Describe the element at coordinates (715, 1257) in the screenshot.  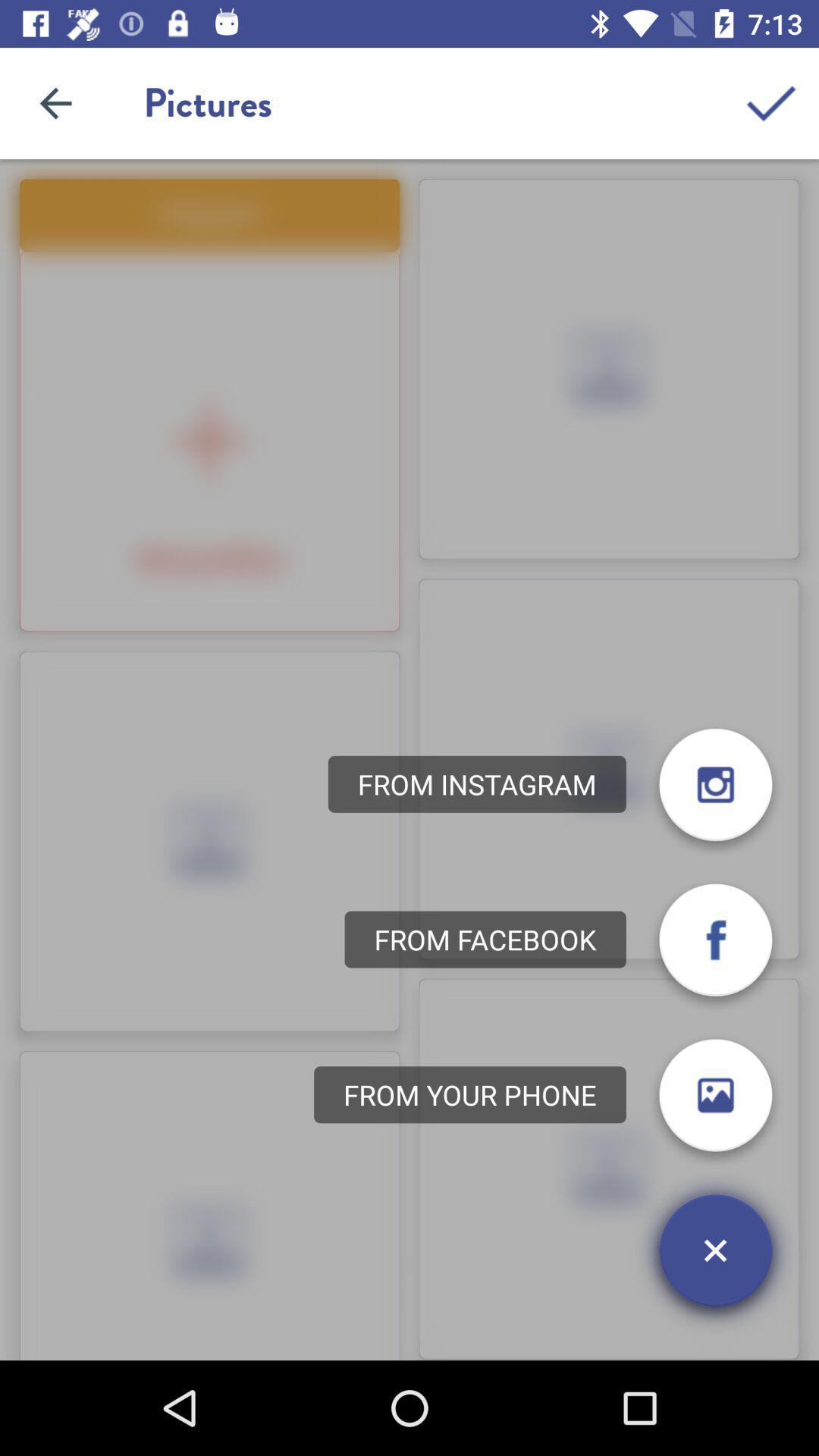
I see `the close icon` at that location.